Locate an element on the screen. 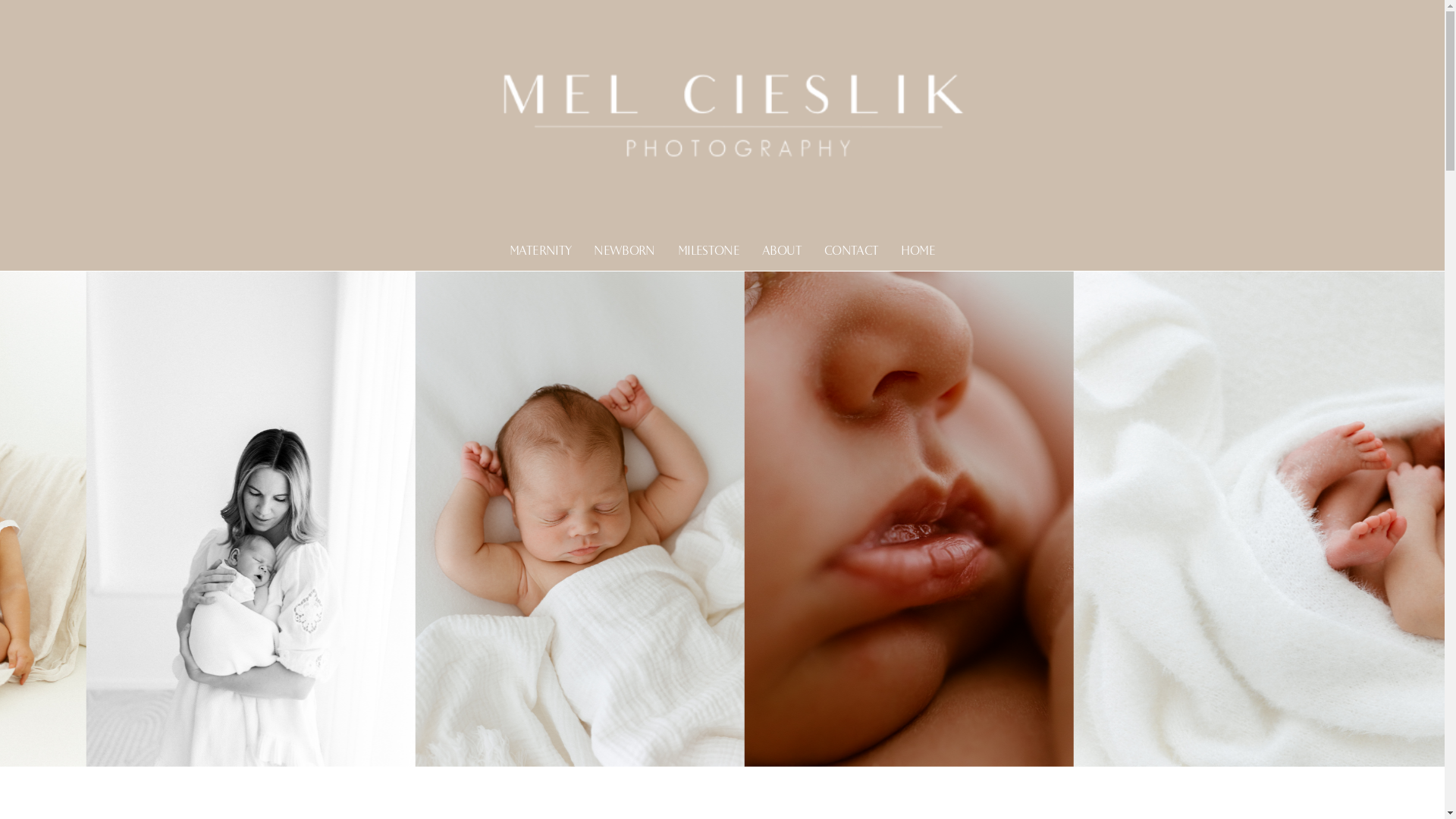 The image size is (1456, 819). 'HOME' is located at coordinates (916, 250).